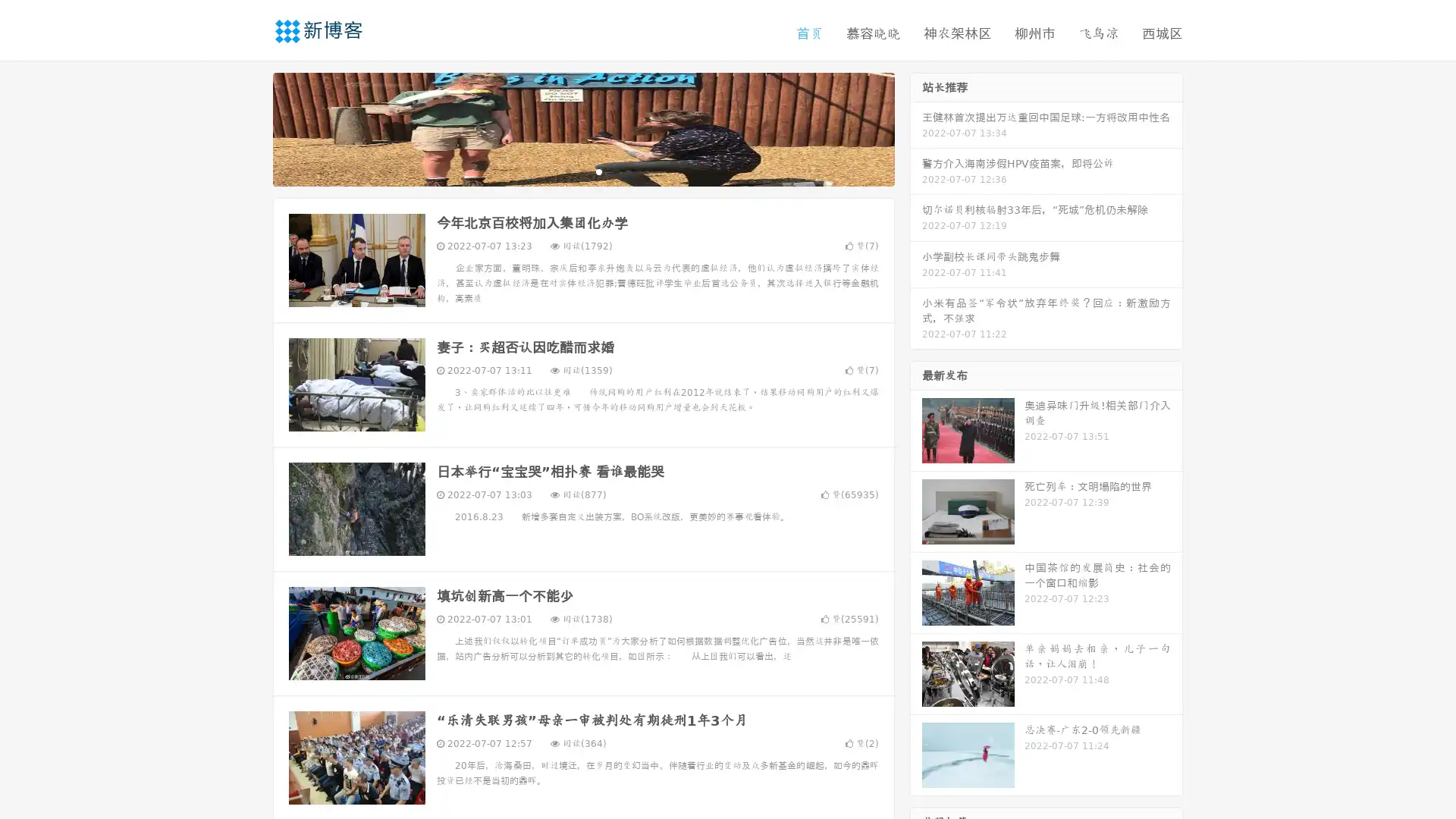 The width and height of the screenshot is (1456, 819). I want to click on Go to slide 3, so click(598, 171).